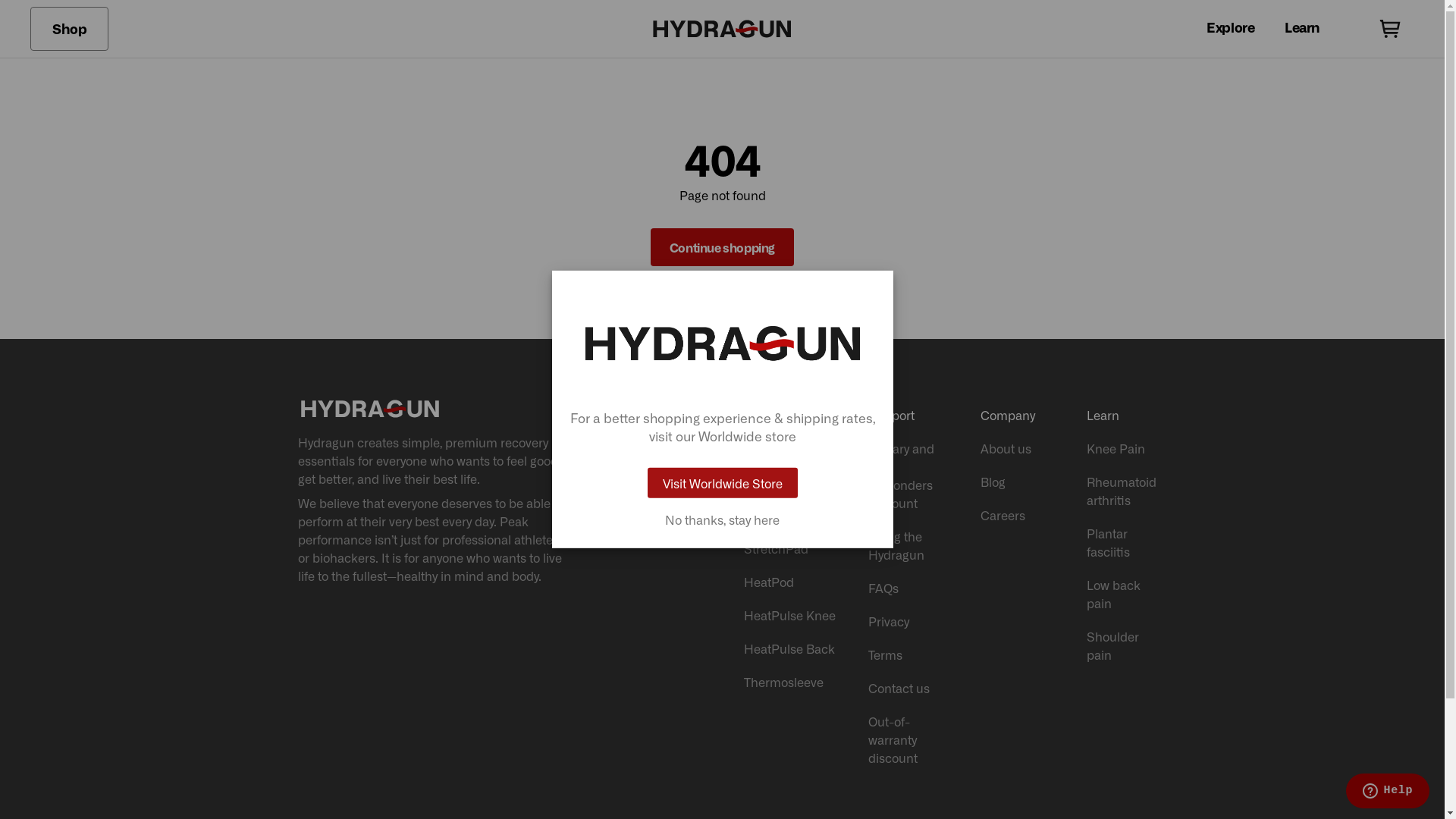  What do you see at coordinates (651, 246) in the screenshot?
I see `'Continue shopping'` at bounding box center [651, 246].